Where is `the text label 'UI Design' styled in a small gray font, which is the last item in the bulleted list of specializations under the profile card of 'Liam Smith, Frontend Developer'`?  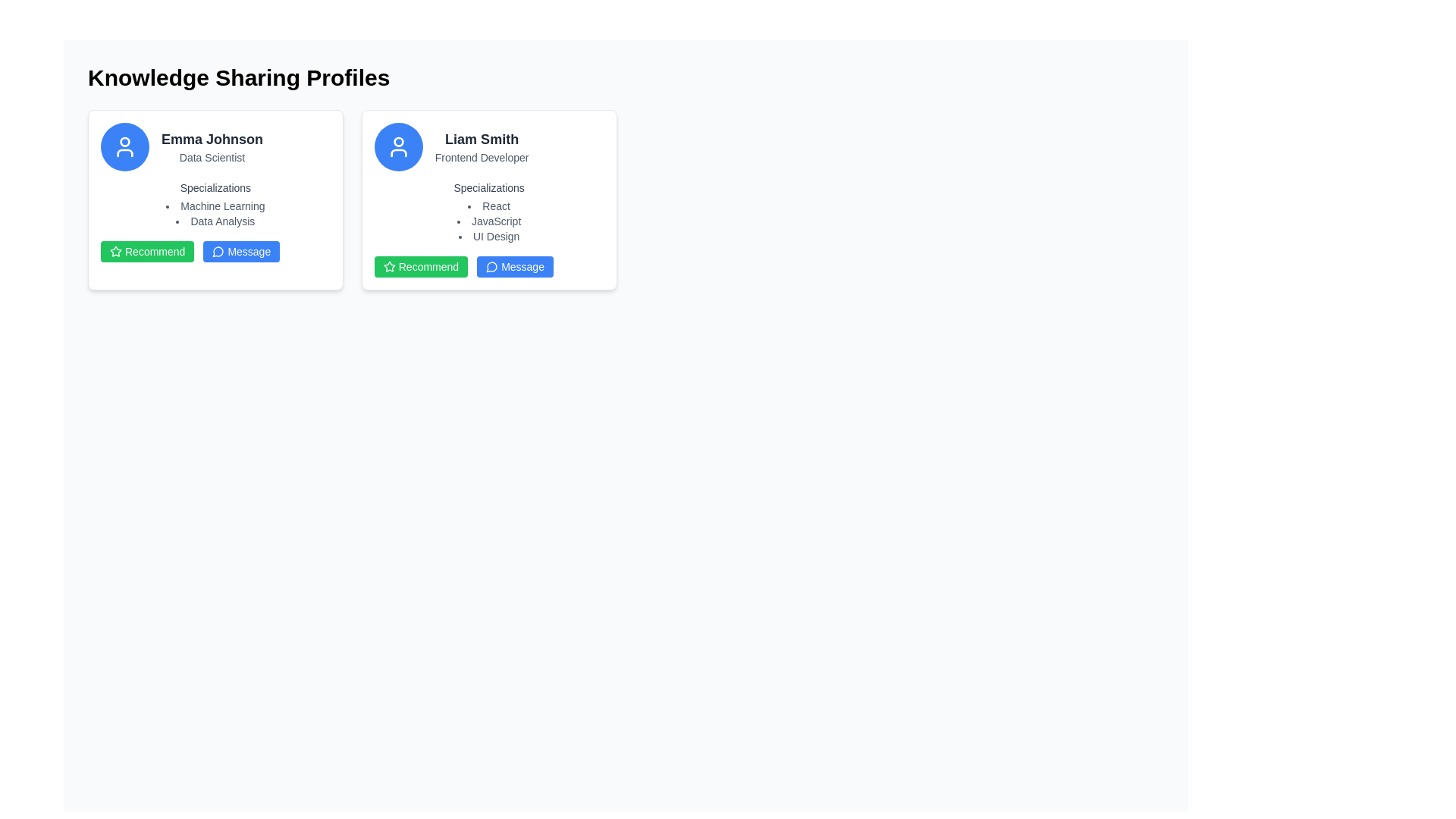 the text label 'UI Design' styled in a small gray font, which is the last item in the bulleted list of specializations under the profile card of 'Liam Smith, Frontend Developer' is located at coordinates (489, 237).